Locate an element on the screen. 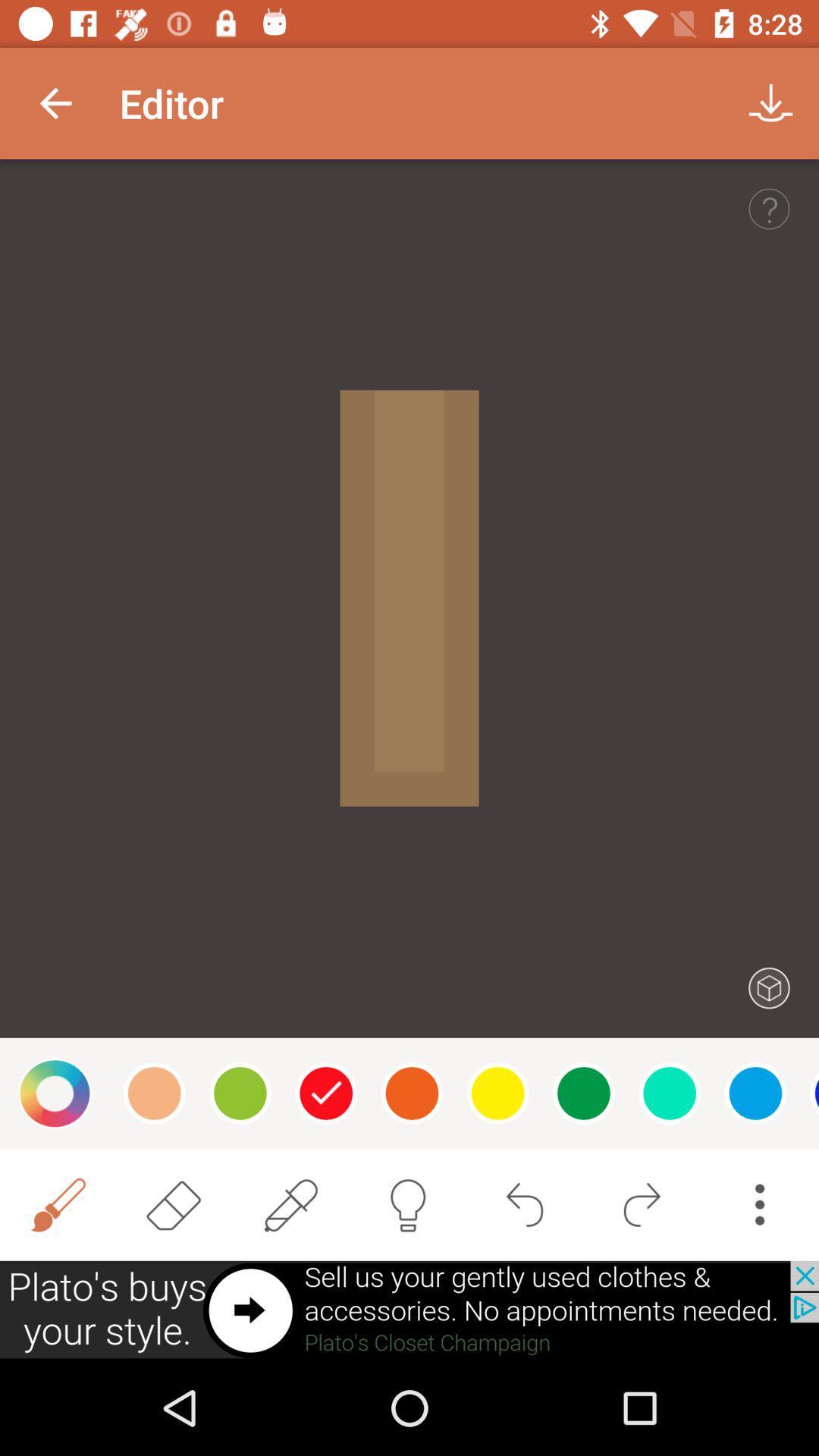 This screenshot has width=819, height=1456. open advertisement is located at coordinates (409, 1310).